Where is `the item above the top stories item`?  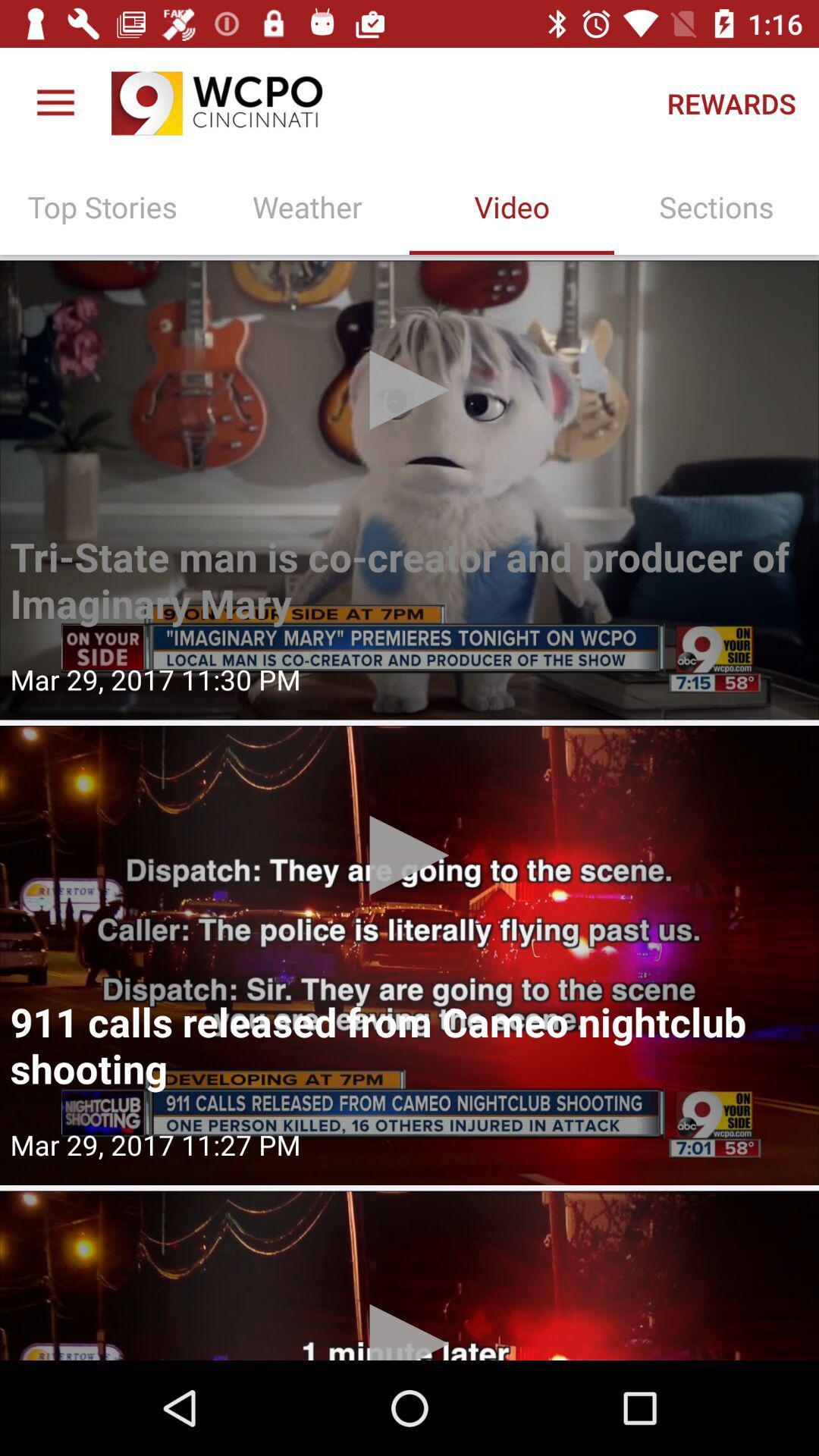
the item above the top stories item is located at coordinates (55, 102).